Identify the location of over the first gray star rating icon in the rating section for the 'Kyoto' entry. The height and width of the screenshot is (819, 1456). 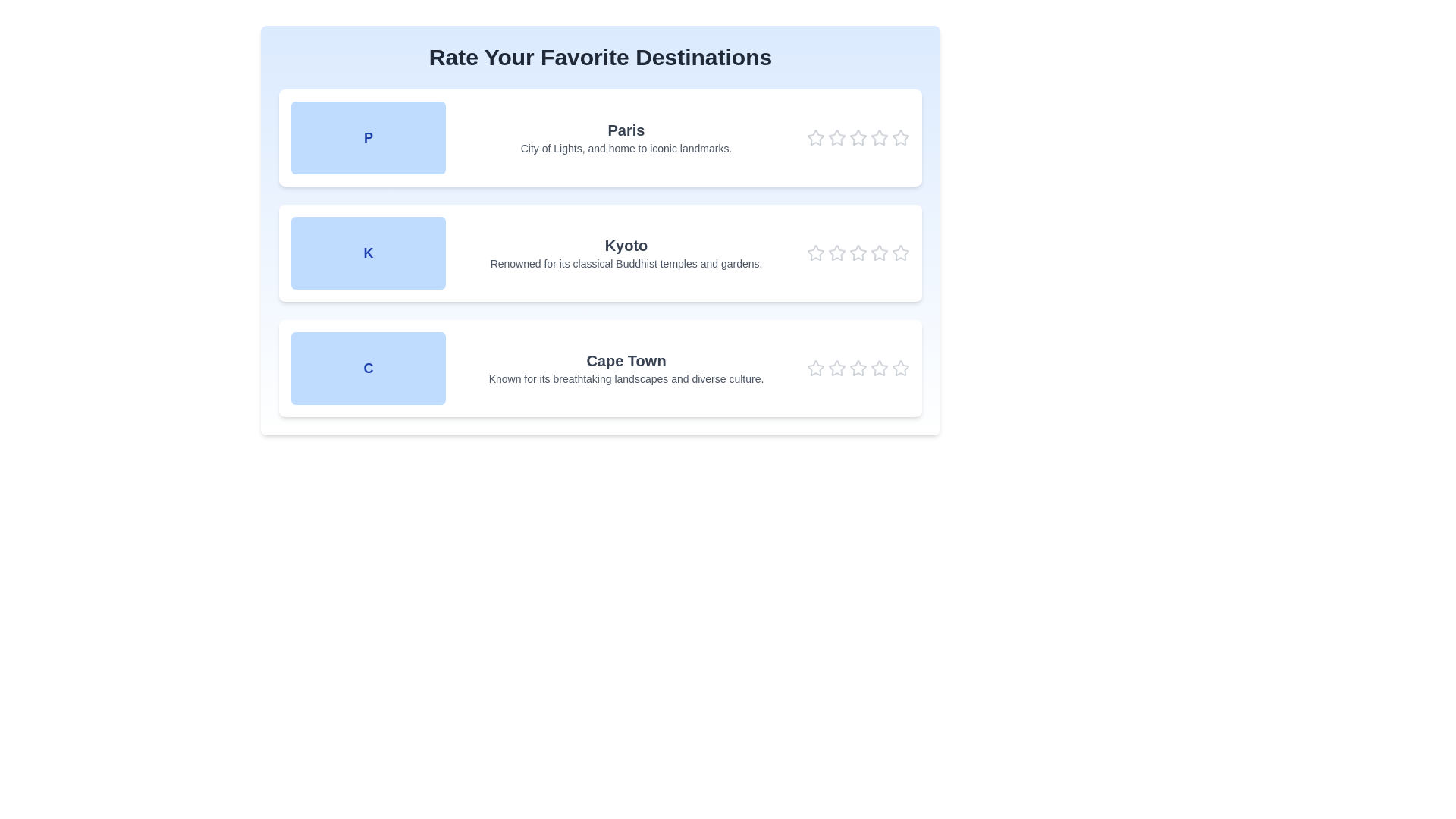
(814, 252).